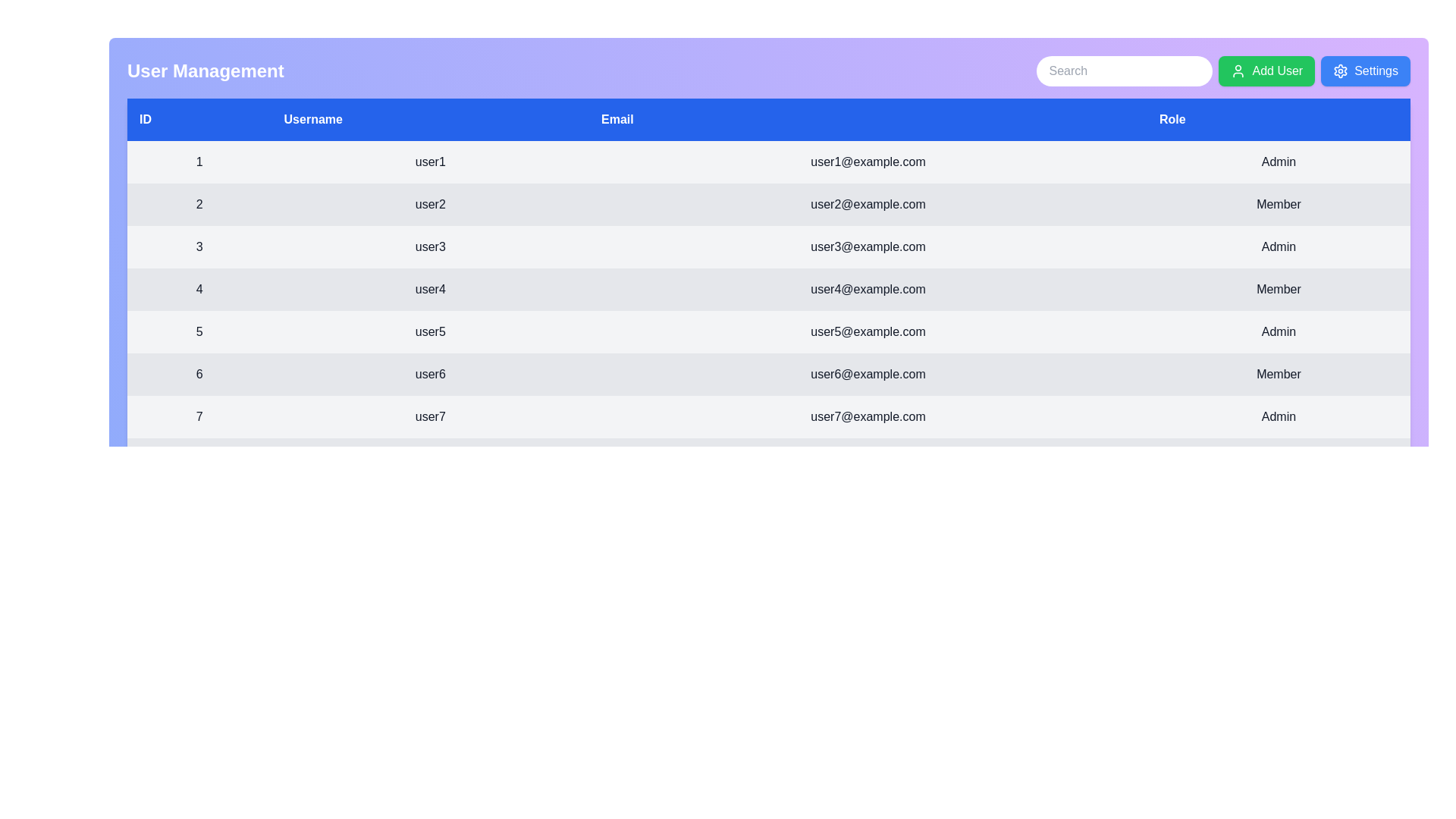  What do you see at coordinates (768, 289) in the screenshot?
I see `the row corresponding to 4` at bounding box center [768, 289].